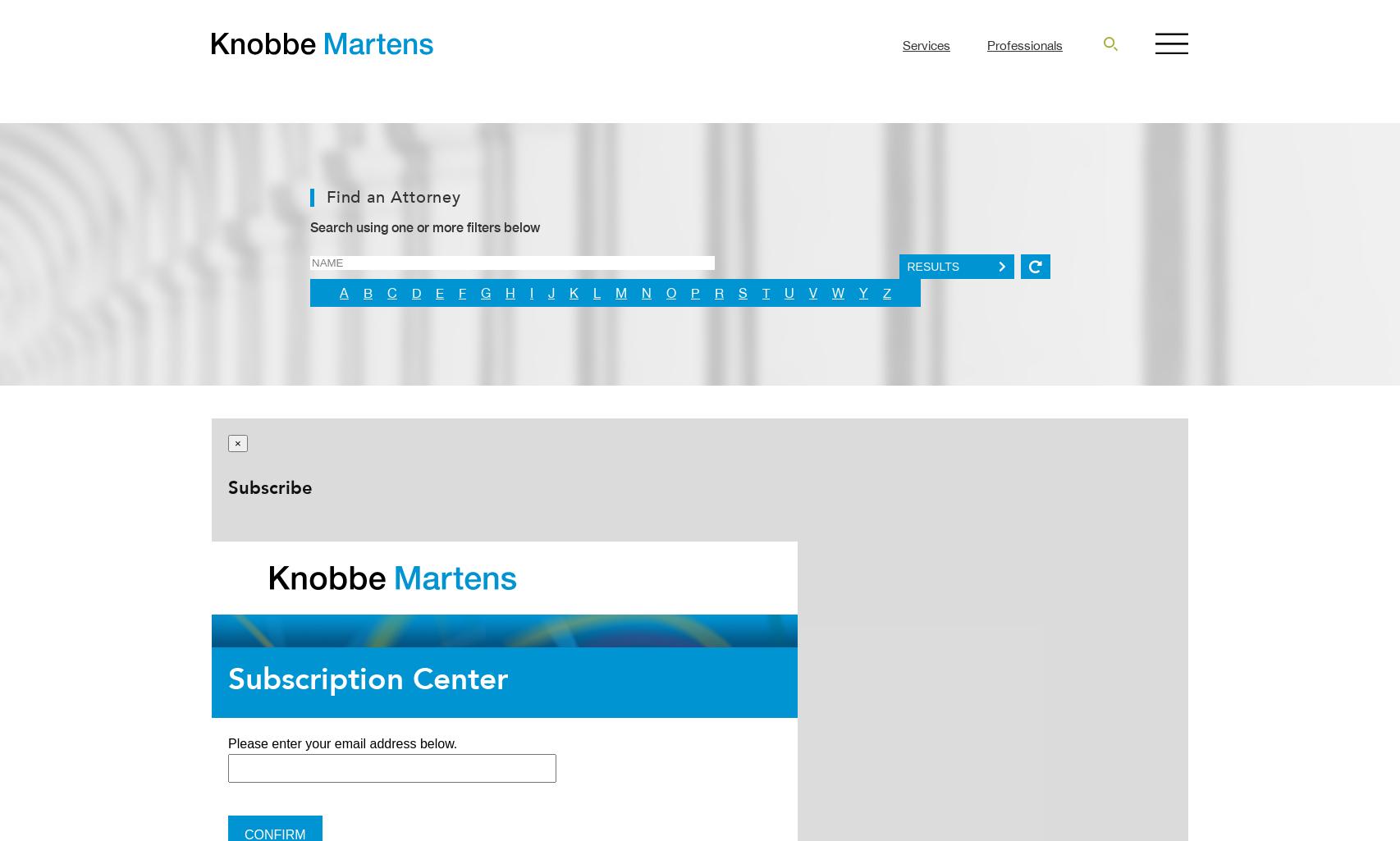 The image size is (1400, 841). Describe the element at coordinates (933, 267) in the screenshot. I see `'Results'` at that location.